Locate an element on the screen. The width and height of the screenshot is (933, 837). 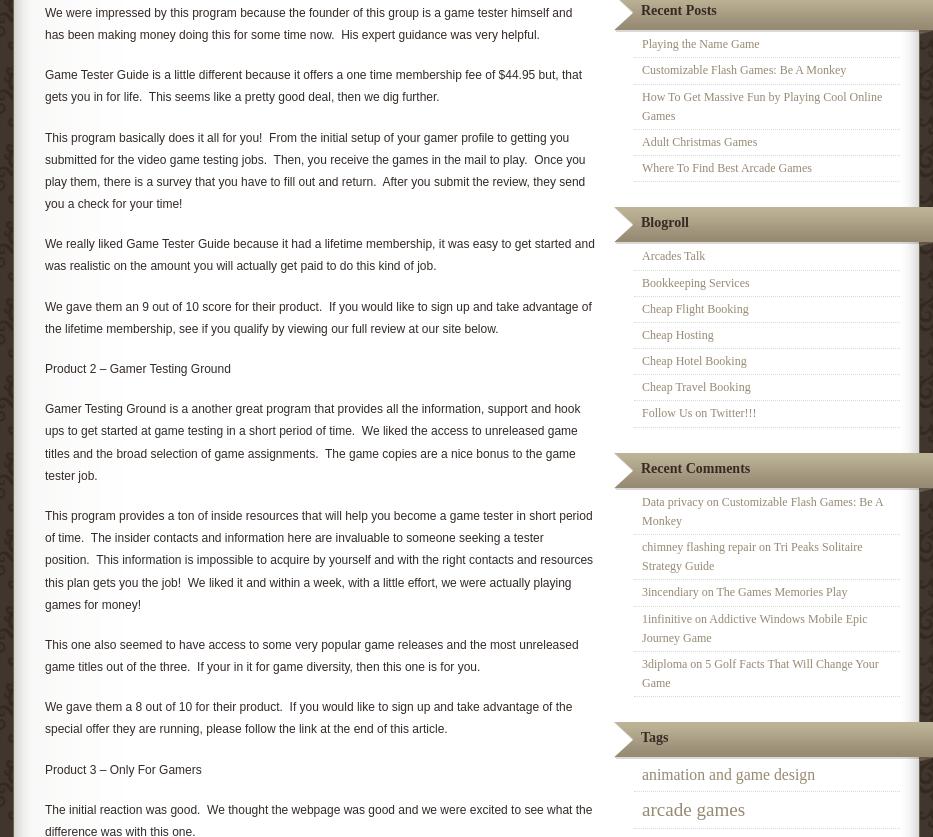
'Adult Christmas Games' is located at coordinates (699, 140).